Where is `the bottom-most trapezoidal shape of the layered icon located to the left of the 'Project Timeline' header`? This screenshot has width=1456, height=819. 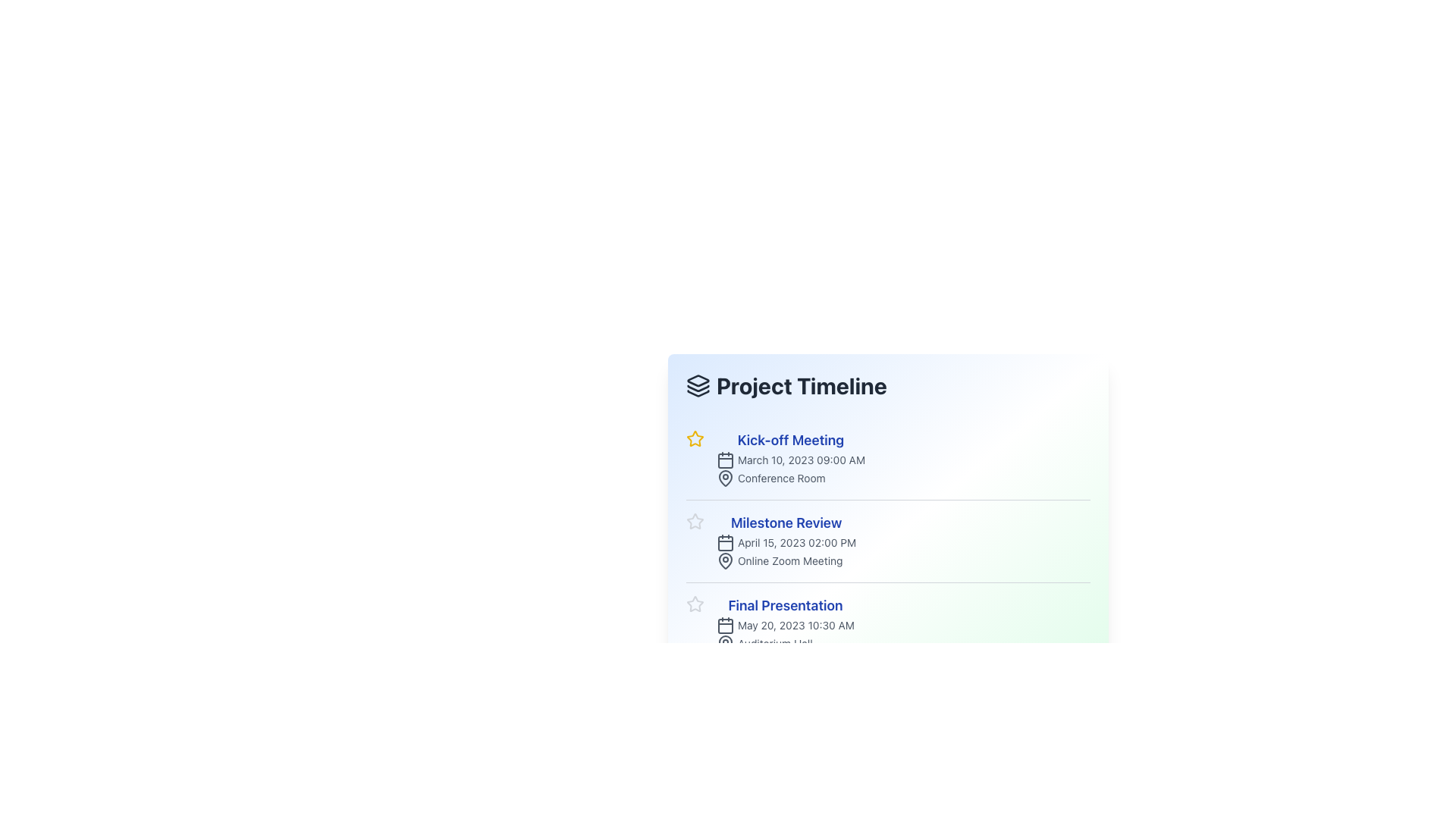
the bottom-most trapezoidal shape of the layered icon located to the left of the 'Project Timeline' header is located at coordinates (698, 393).